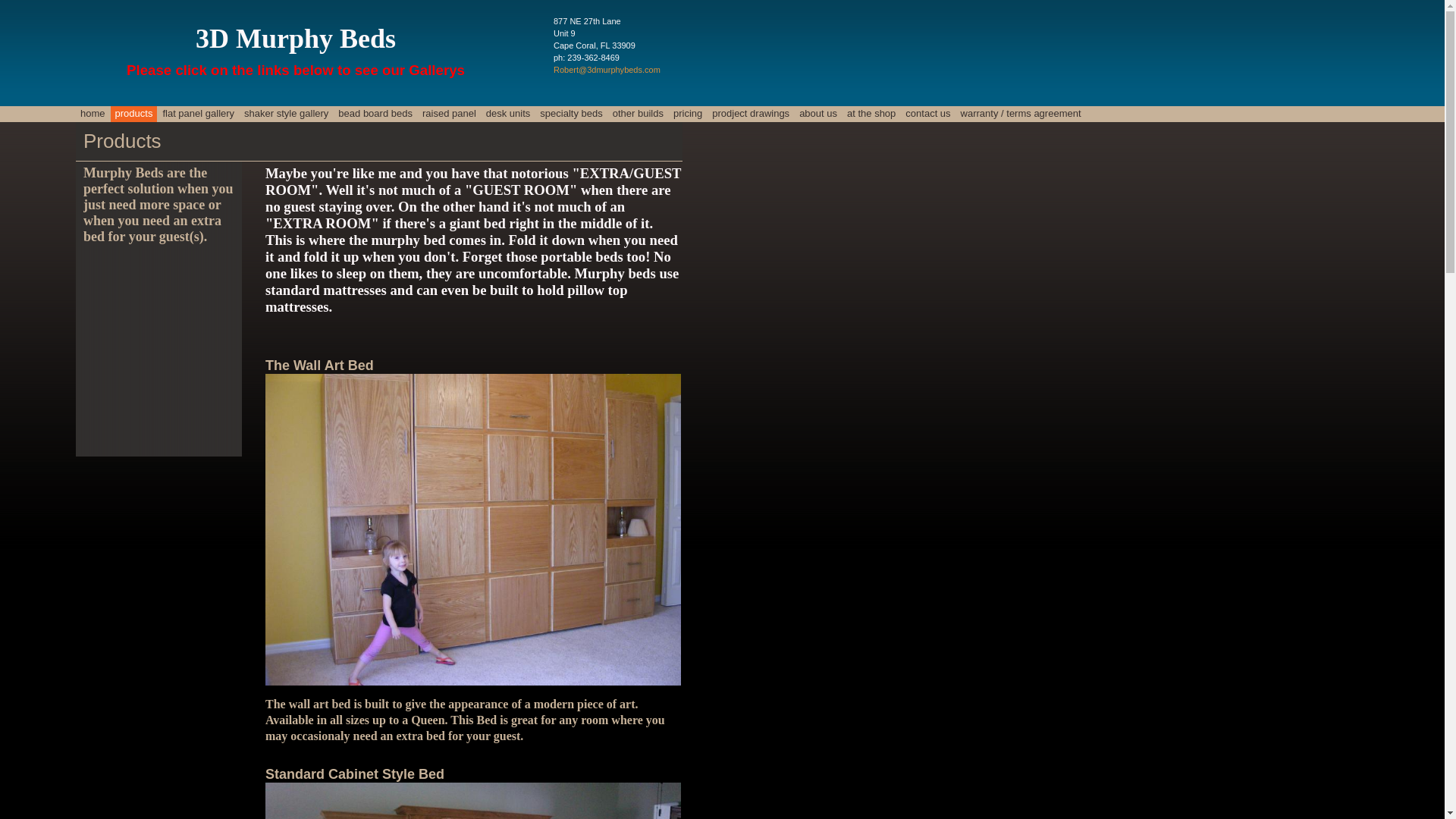 The width and height of the screenshot is (1456, 819). What do you see at coordinates (375, 113) in the screenshot?
I see `'bead board beds'` at bounding box center [375, 113].